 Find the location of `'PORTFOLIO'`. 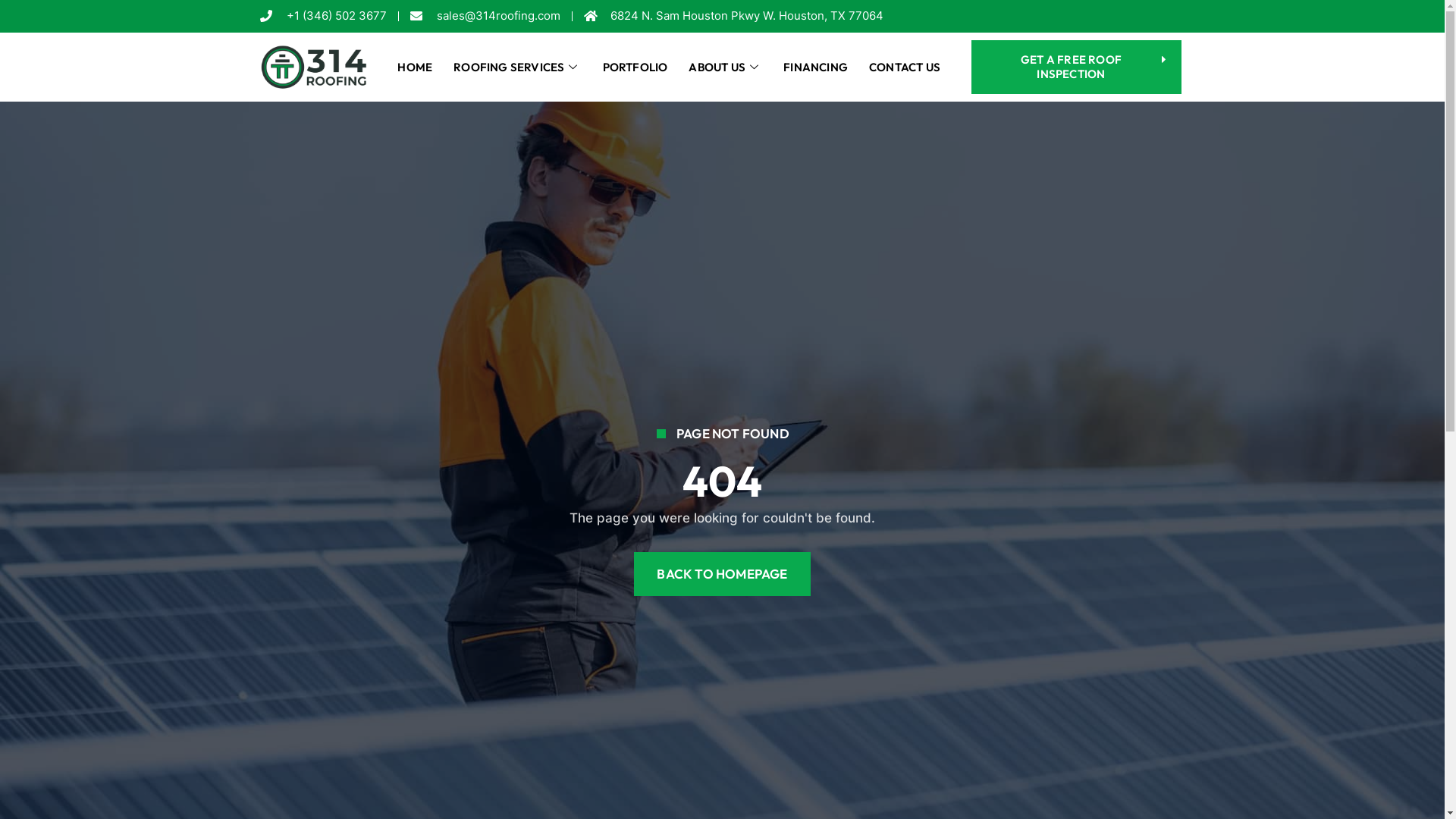

'PORTFOLIO' is located at coordinates (635, 66).